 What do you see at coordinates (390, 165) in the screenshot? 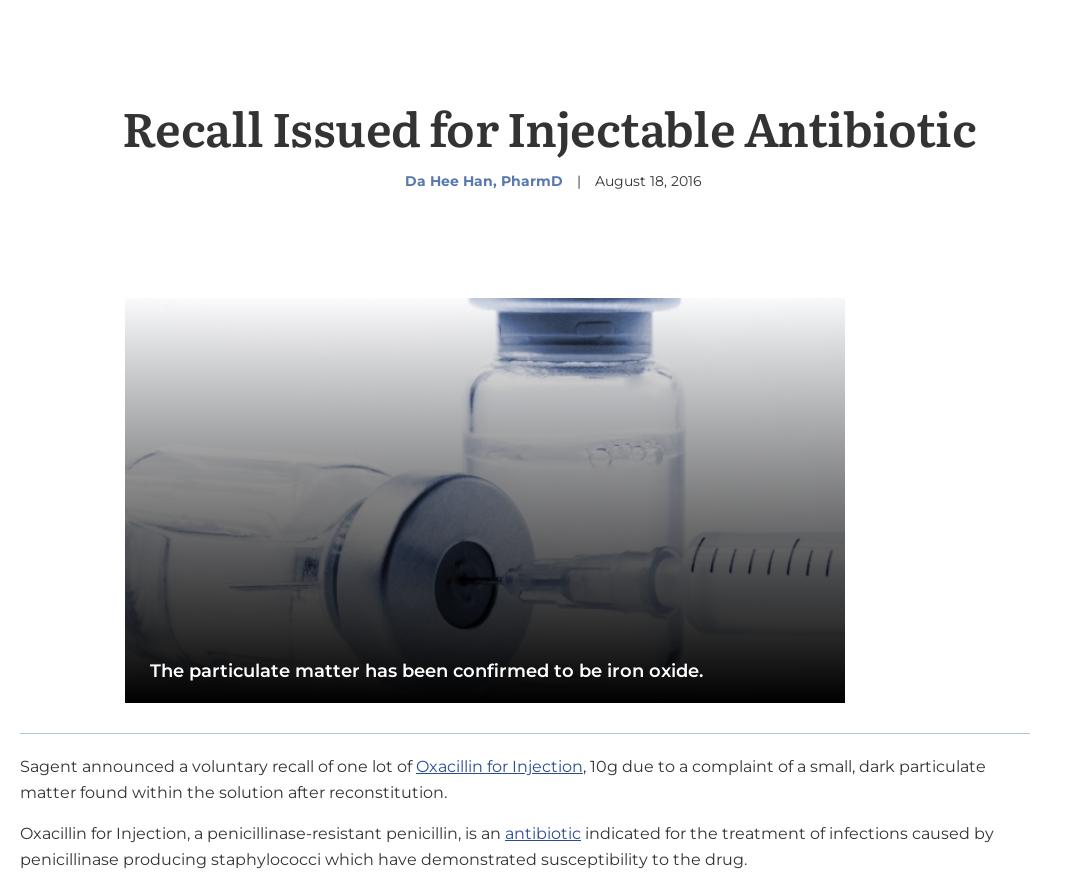
I see `'Haymarket Medical Network'` at bounding box center [390, 165].